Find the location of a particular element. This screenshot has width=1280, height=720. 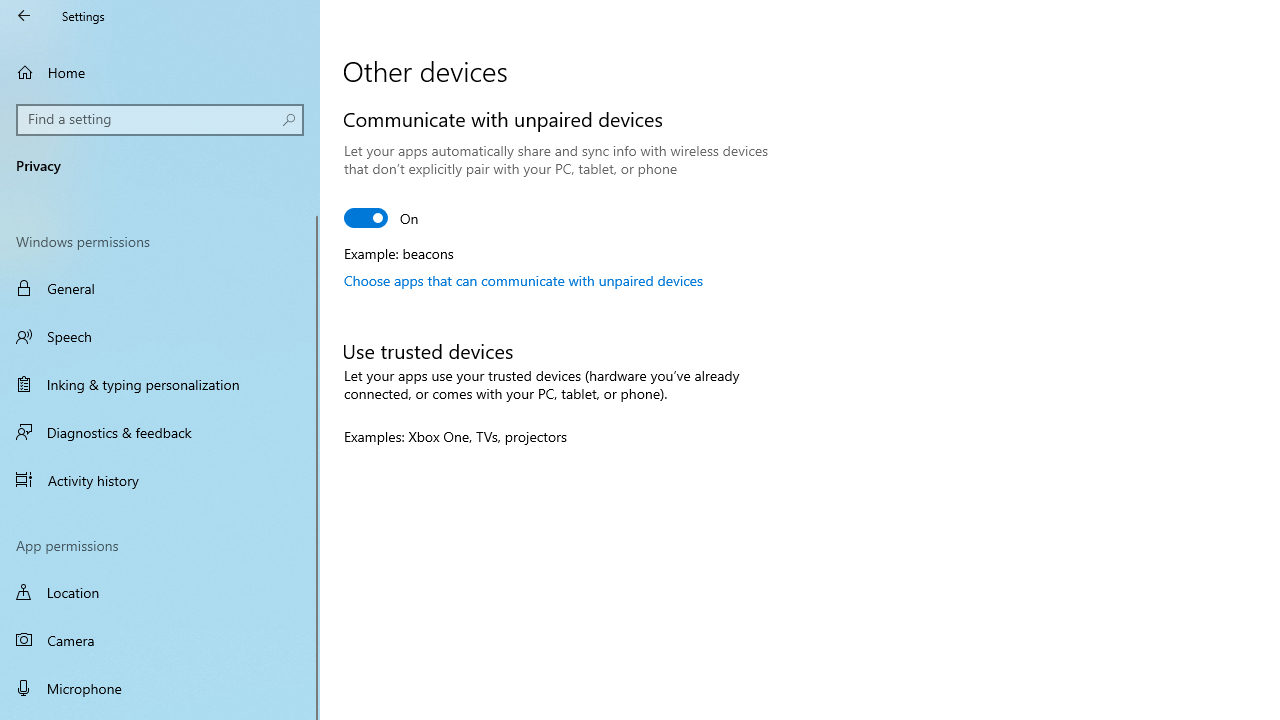

'Camera' is located at coordinates (160, 640).